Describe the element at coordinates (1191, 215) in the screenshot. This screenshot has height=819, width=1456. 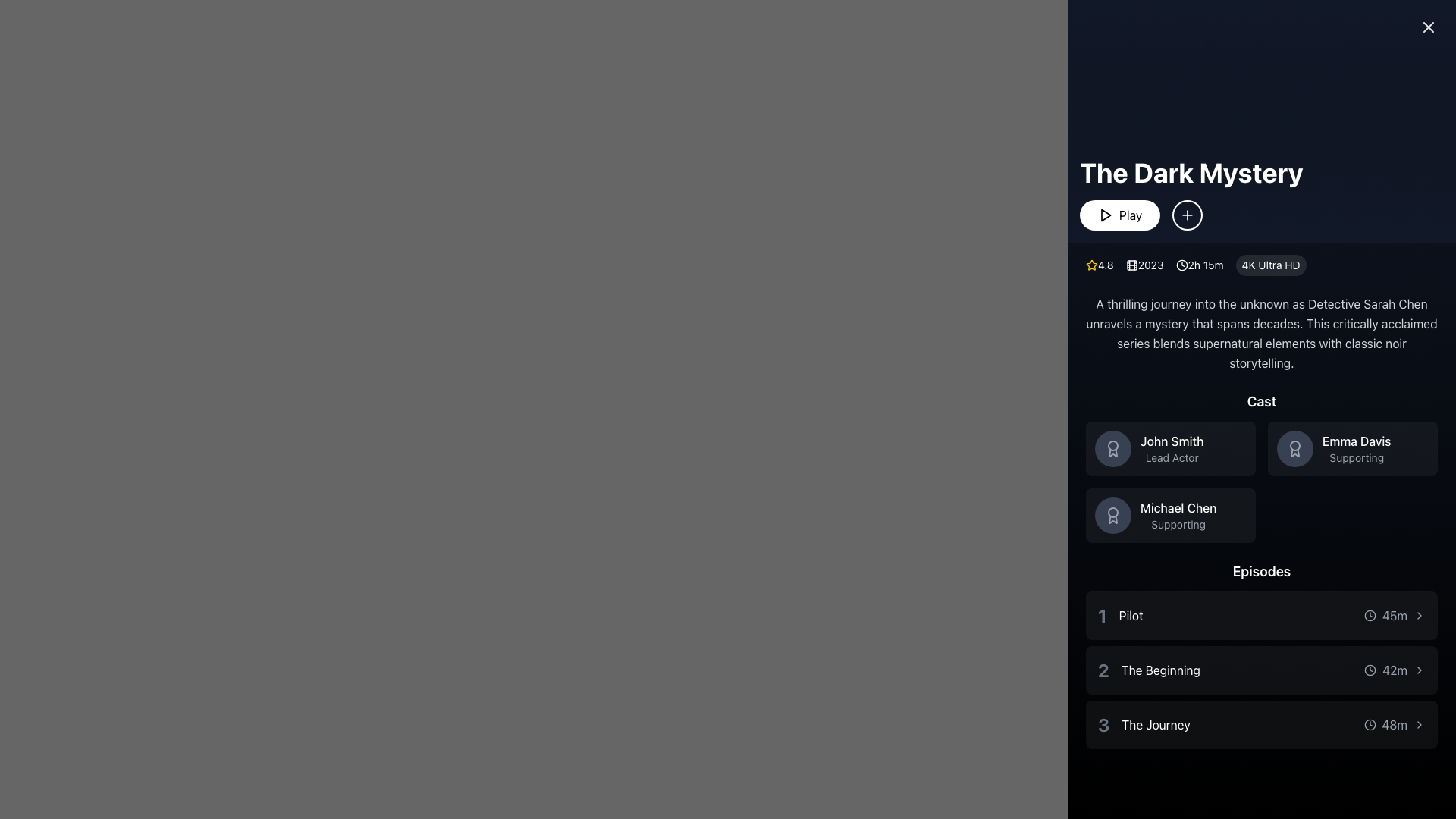
I see `the circular button with a plus symbol, located immediately` at that location.